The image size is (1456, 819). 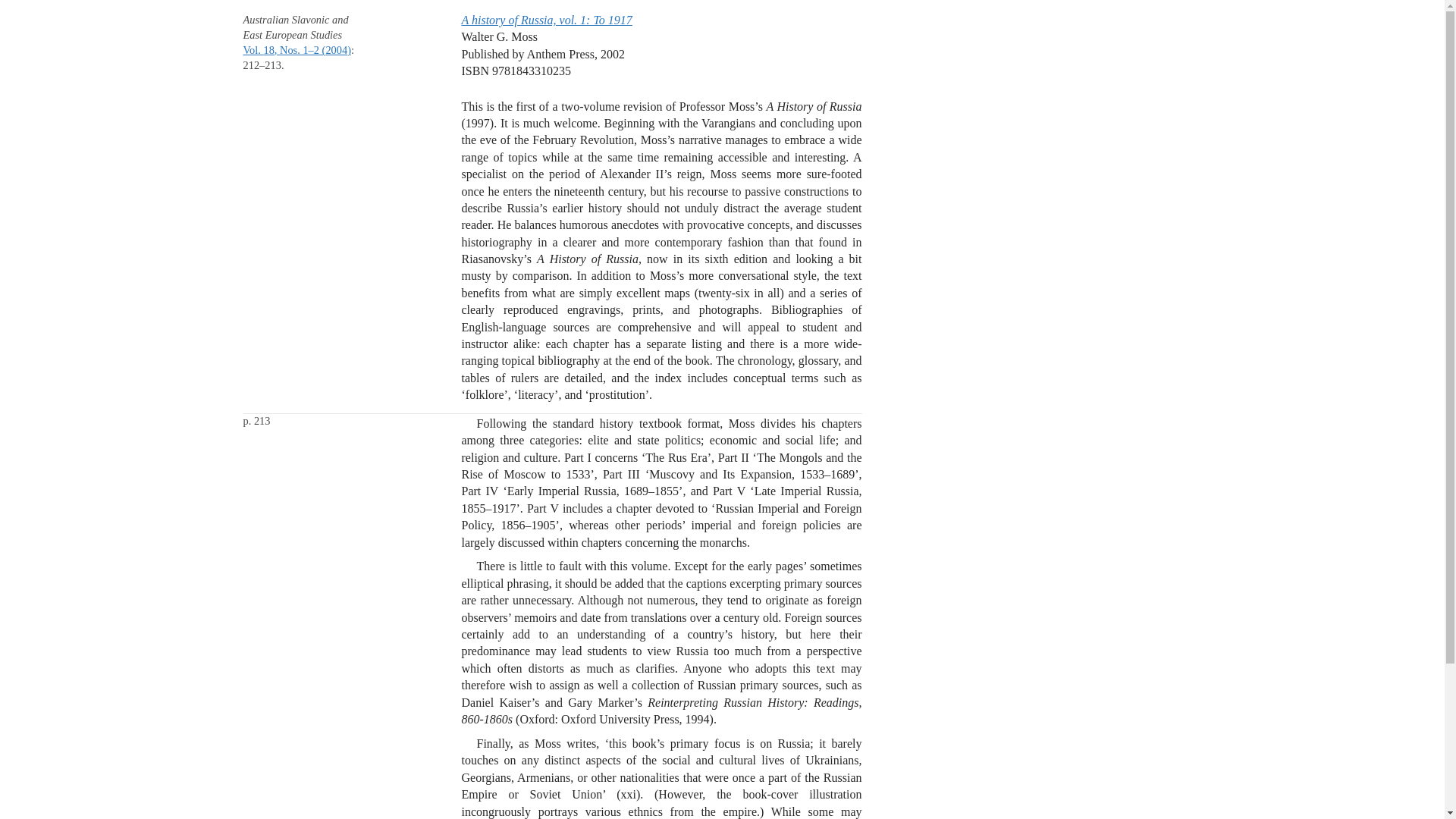 What do you see at coordinates (546, 20) in the screenshot?
I see `'A history of Russia, vol. 1: To 1917'` at bounding box center [546, 20].